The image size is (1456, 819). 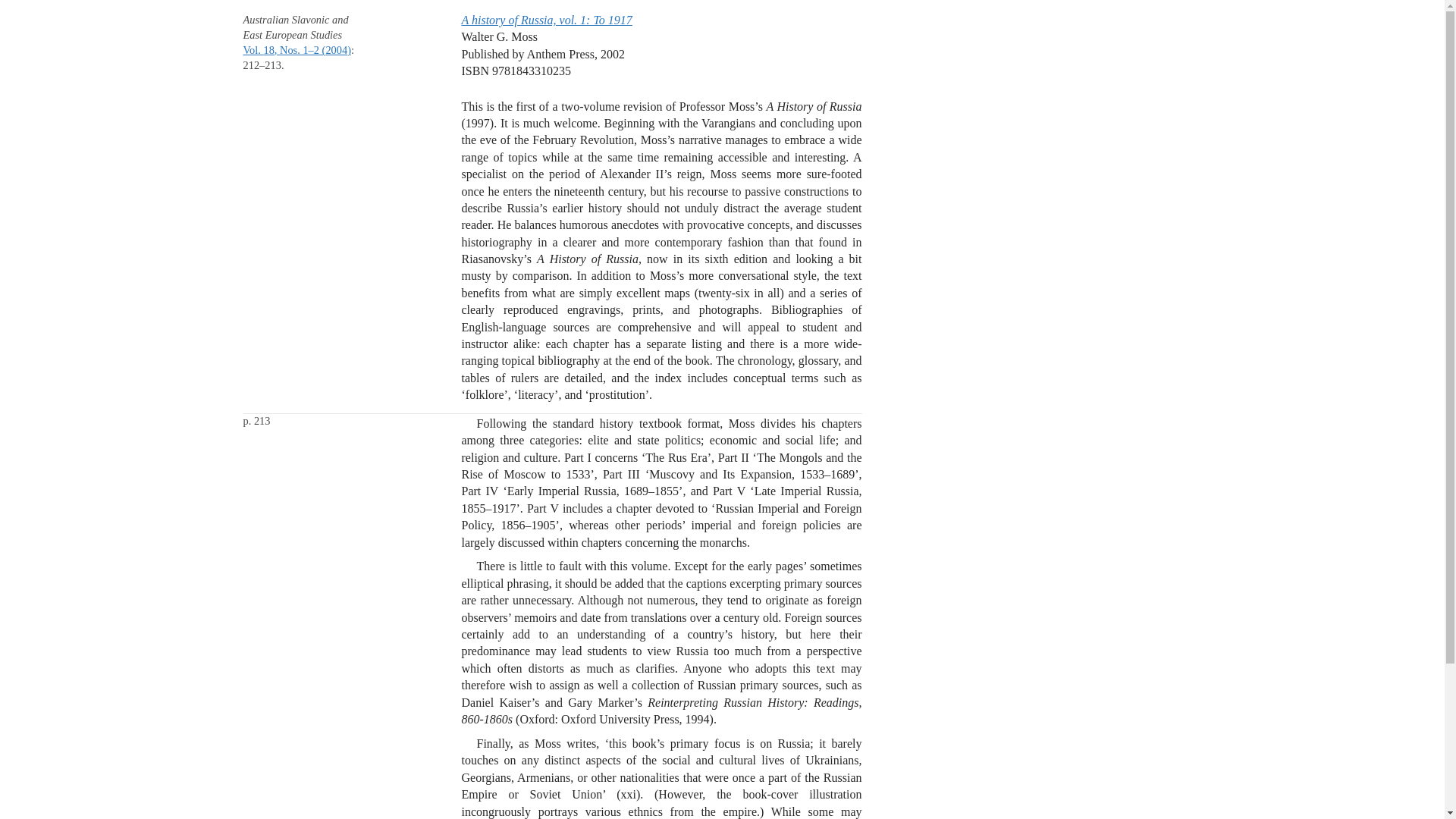 What do you see at coordinates (546, 20) in the screenshot?
I see `'A history of Russia, vol. 1: To 1917'` at bounding box center [546, 20].